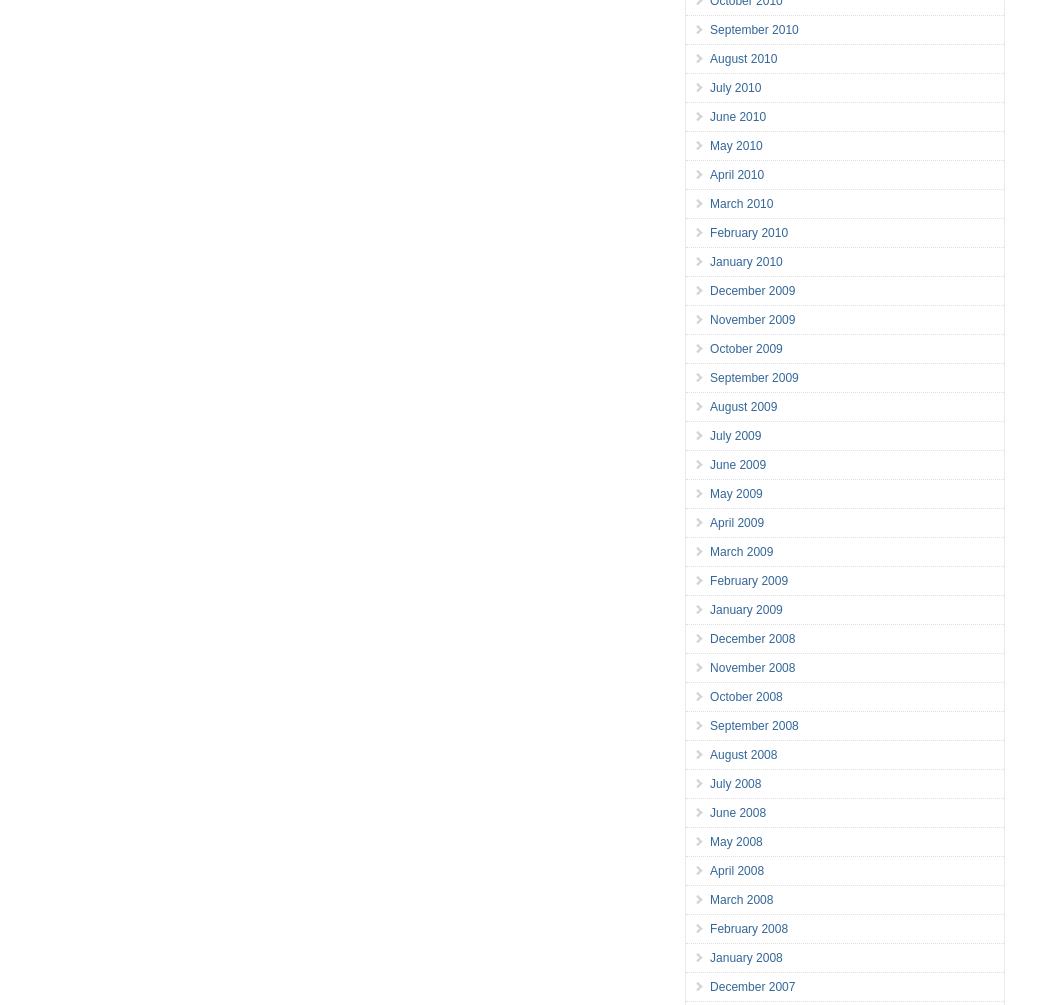 This screenshot has width=1050, height=1005. What do you see at coordinates (752, 318) in the screenshot?
I see `'November 2009'` at bounding box center [752, 318].